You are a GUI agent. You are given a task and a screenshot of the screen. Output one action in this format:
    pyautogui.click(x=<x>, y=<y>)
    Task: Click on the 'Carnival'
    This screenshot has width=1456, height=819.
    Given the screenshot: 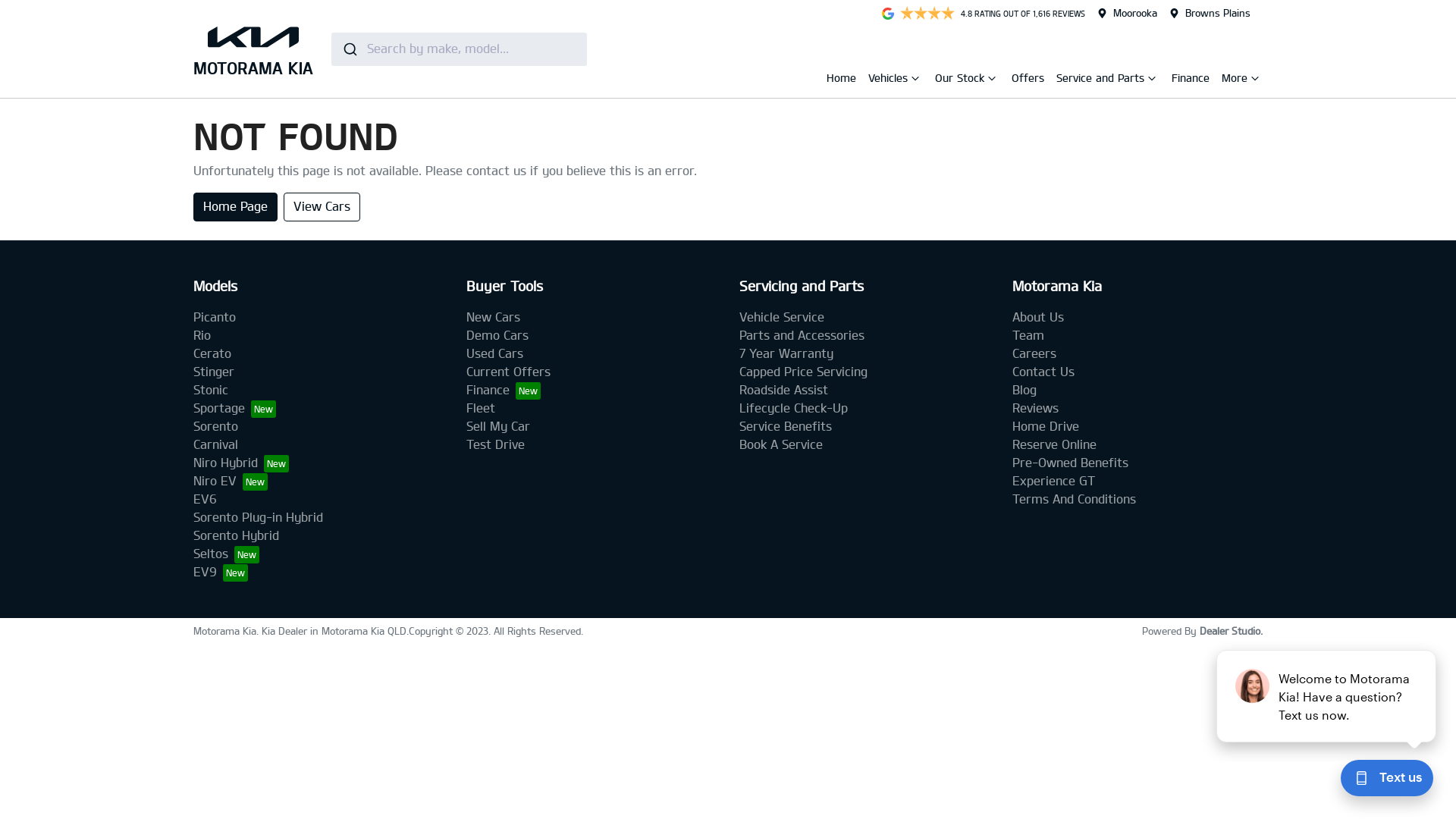 What is the action you would take?
    pyautogui.click(x=215, y=444)
    